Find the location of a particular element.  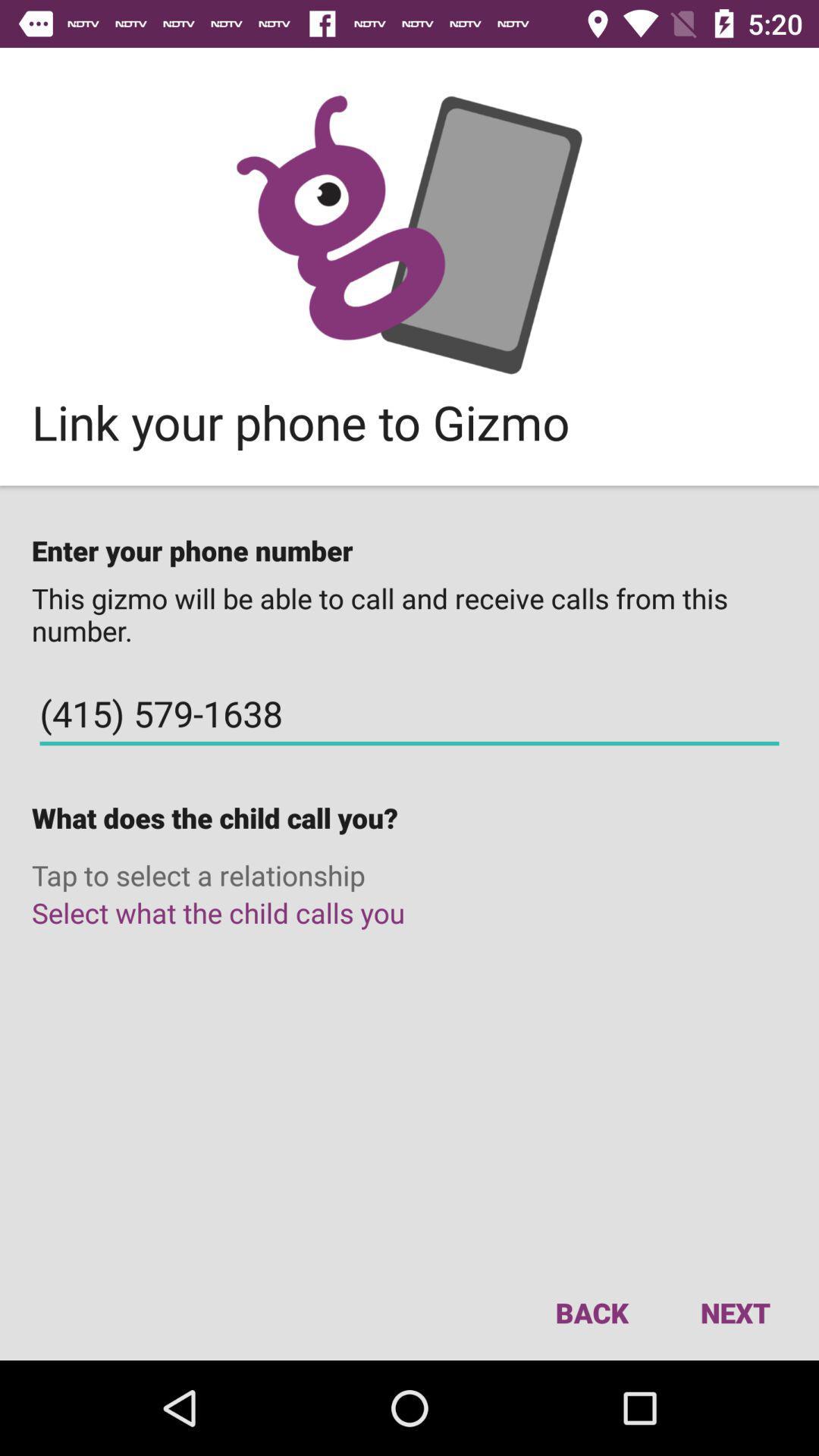

the back is located at coordinates (591, 1312).